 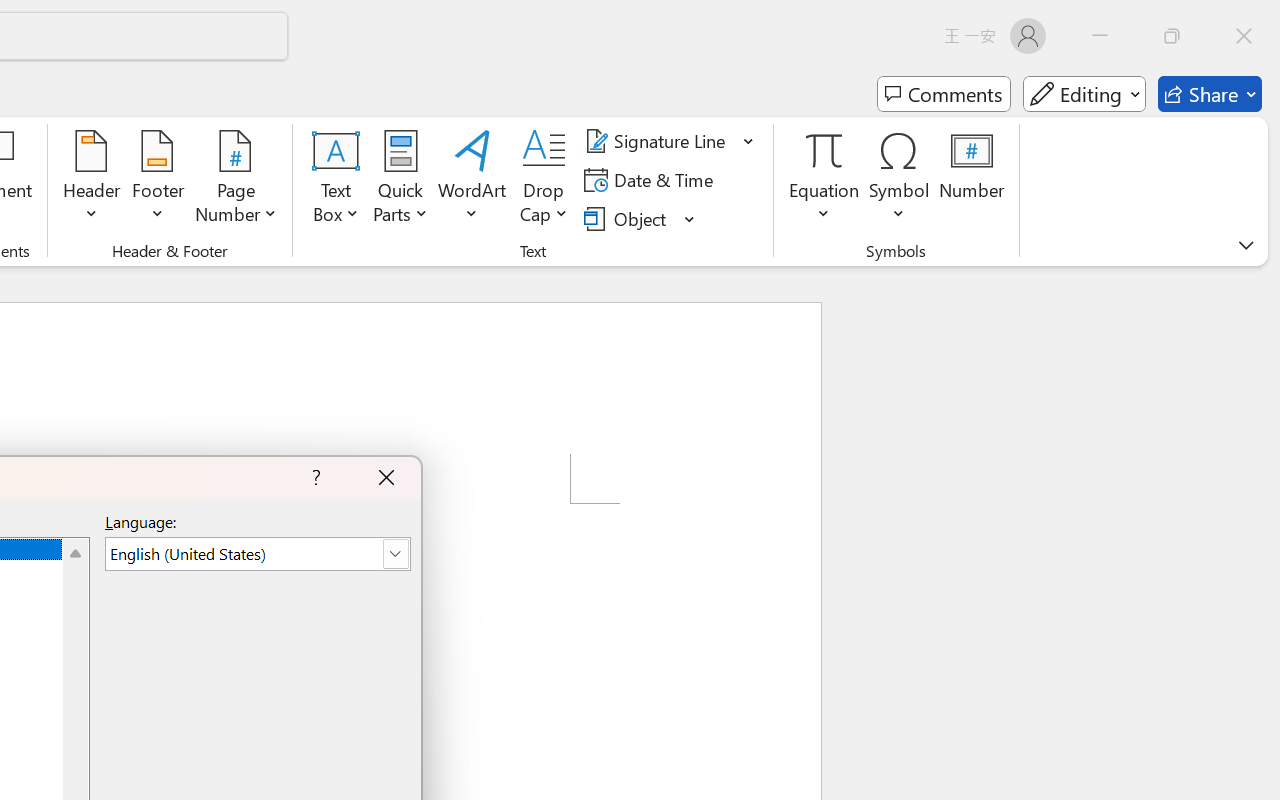 What do you see at coordinates (1083, 94) in the screenshot?
I see `'Mode'` at bounding box center [1083, 94].